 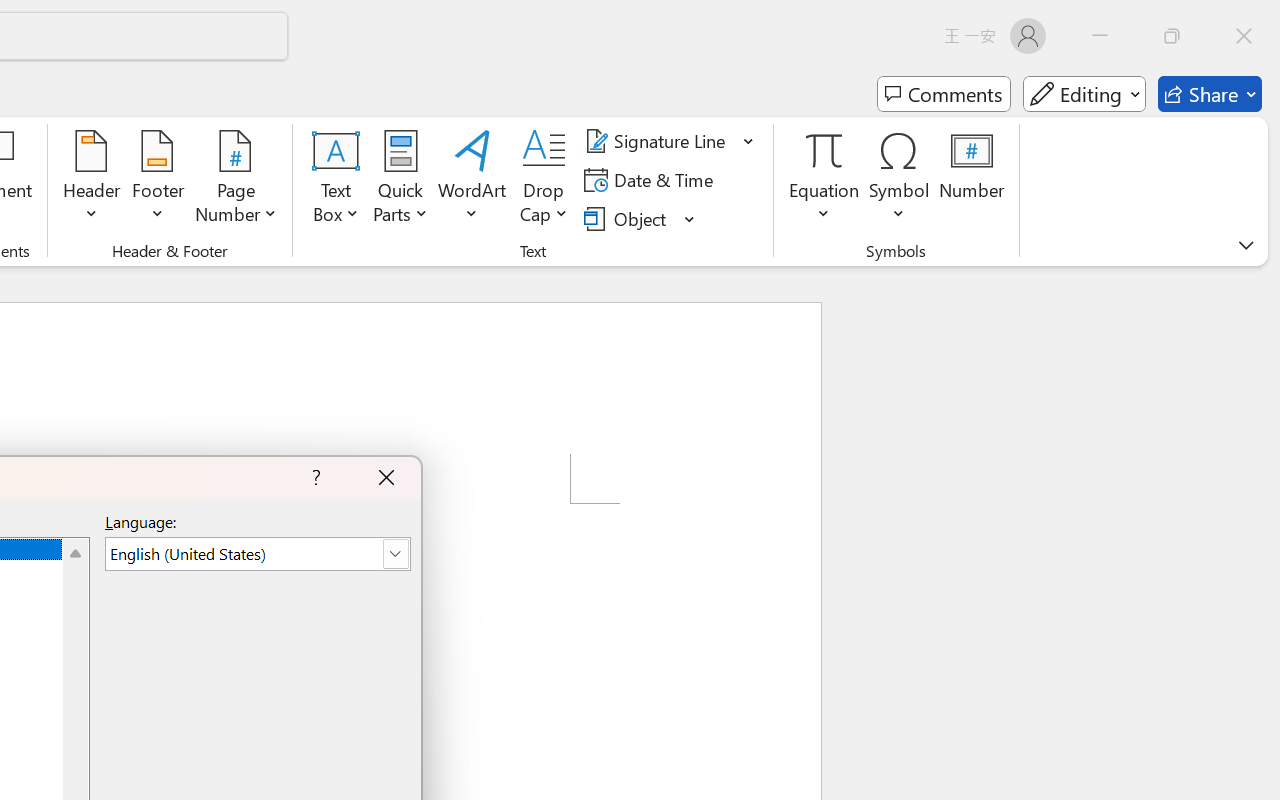 What do you see at coordinates (1083, 94) in the screenshot?
I see `'Mode'` at bounding box center [1083, 94].